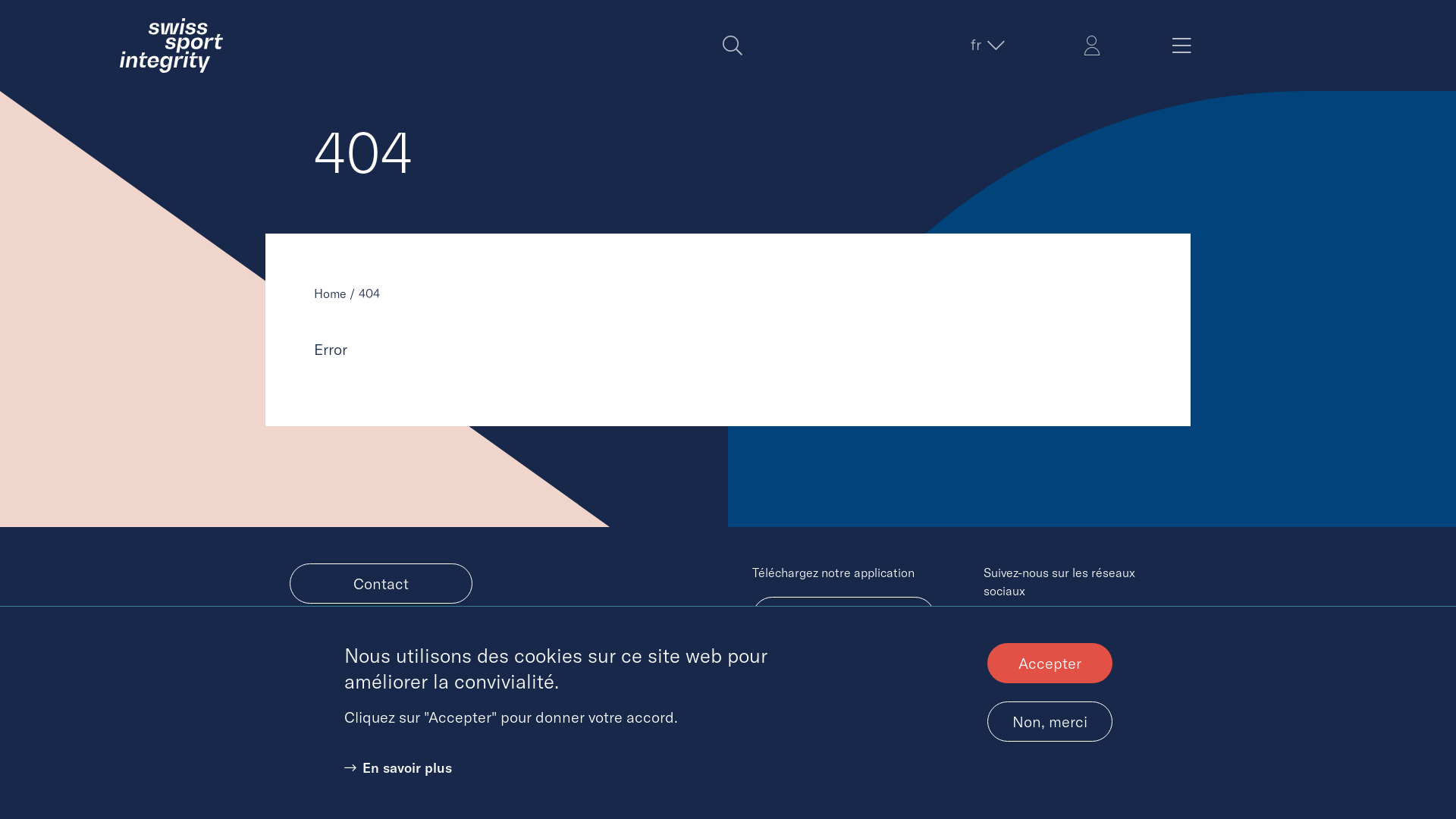  Describe the element at coordinates (1181, 45) in the screenshot. I see `'Menu'` at that location.